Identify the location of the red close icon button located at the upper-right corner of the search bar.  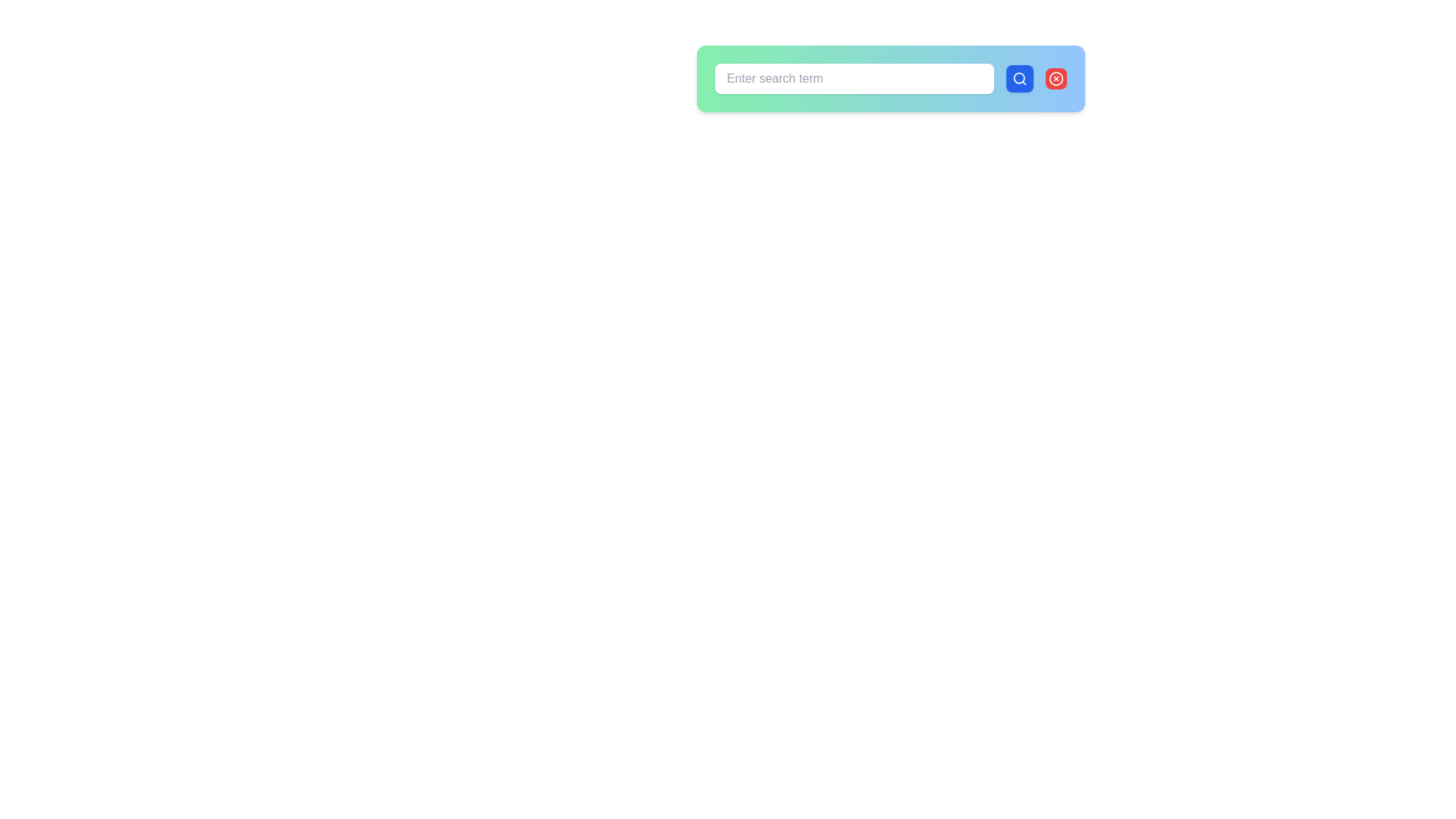
(1055, 79).